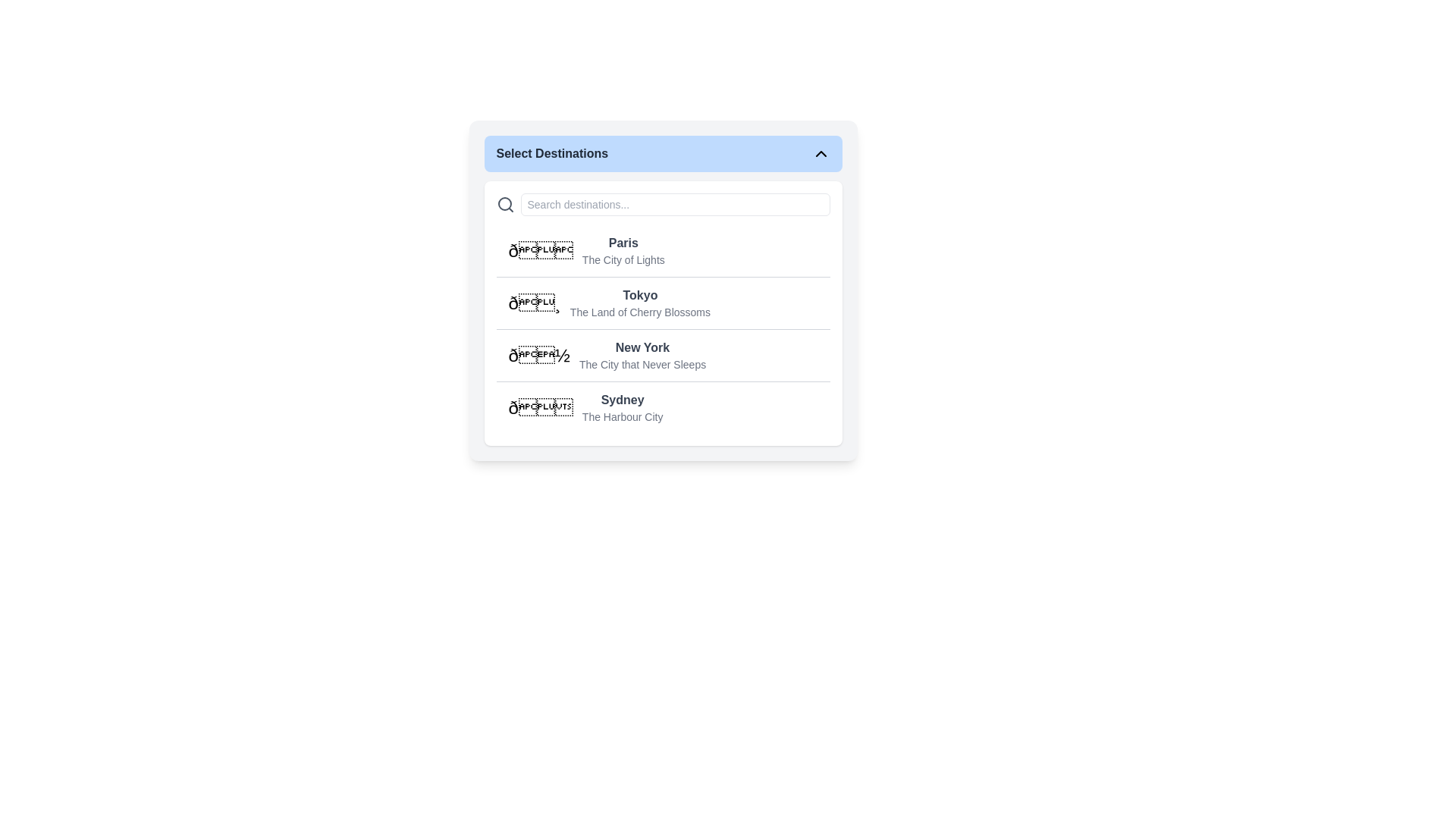 This screenshot has height=819, width=1456. I want to click on the text block containing 'Tokyo' and its descriptive tagline 'The Land of Cherry Blossoms', so click(640, 303).